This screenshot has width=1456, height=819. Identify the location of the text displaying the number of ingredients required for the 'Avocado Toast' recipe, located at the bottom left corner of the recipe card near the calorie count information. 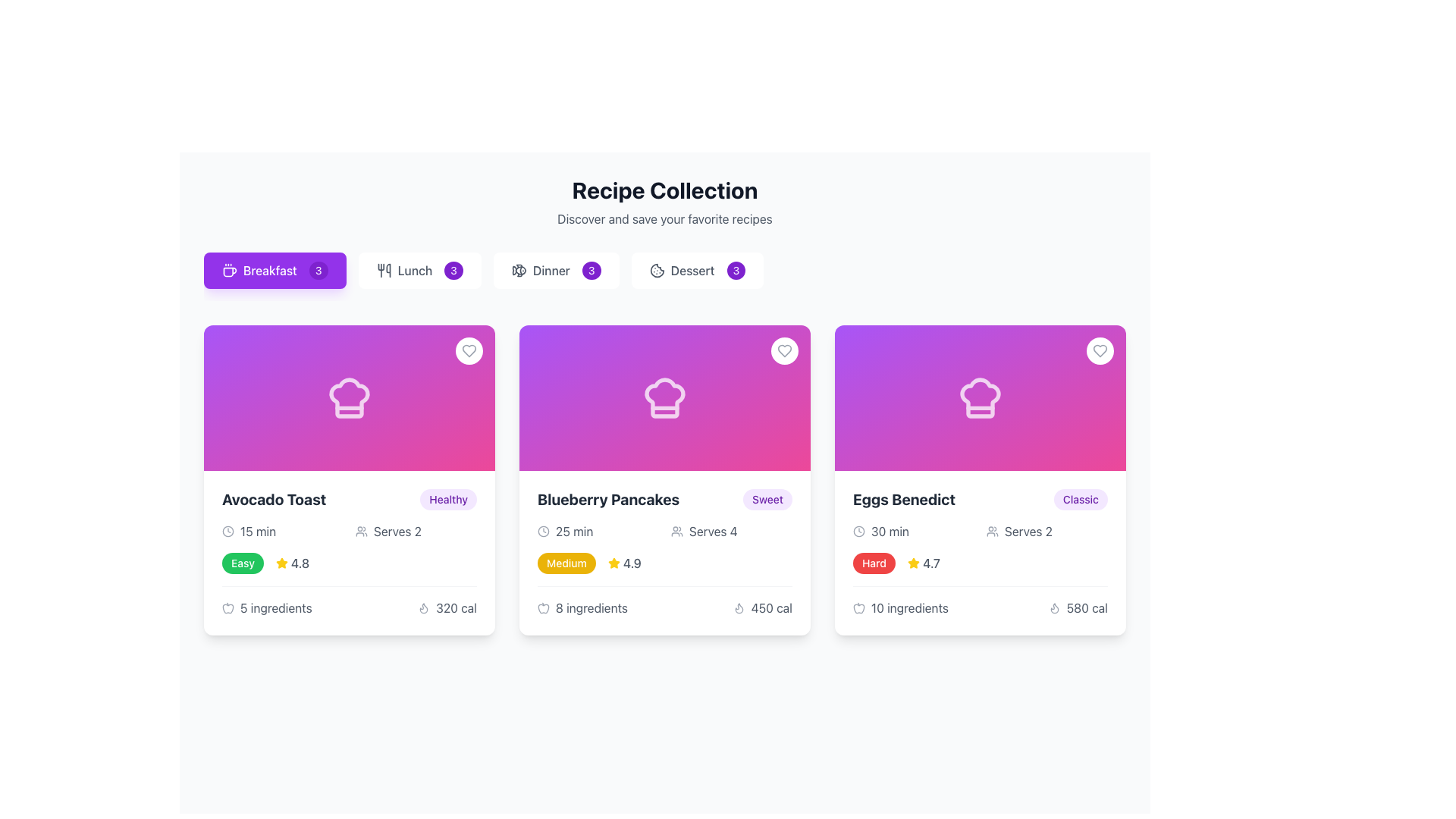
(267, 607).